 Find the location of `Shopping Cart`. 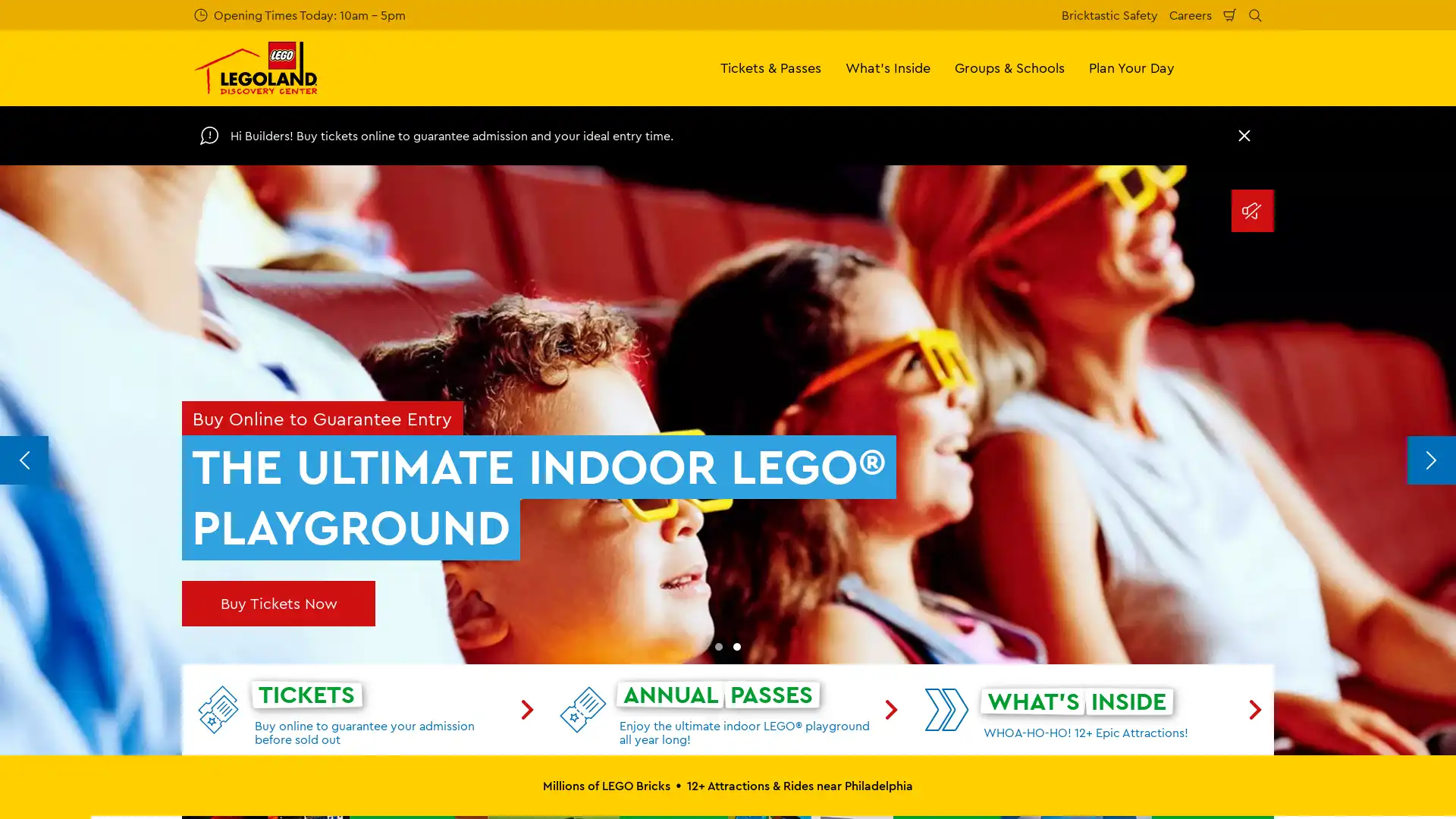

Shopping Cart is located at coordinates (1230, 14).